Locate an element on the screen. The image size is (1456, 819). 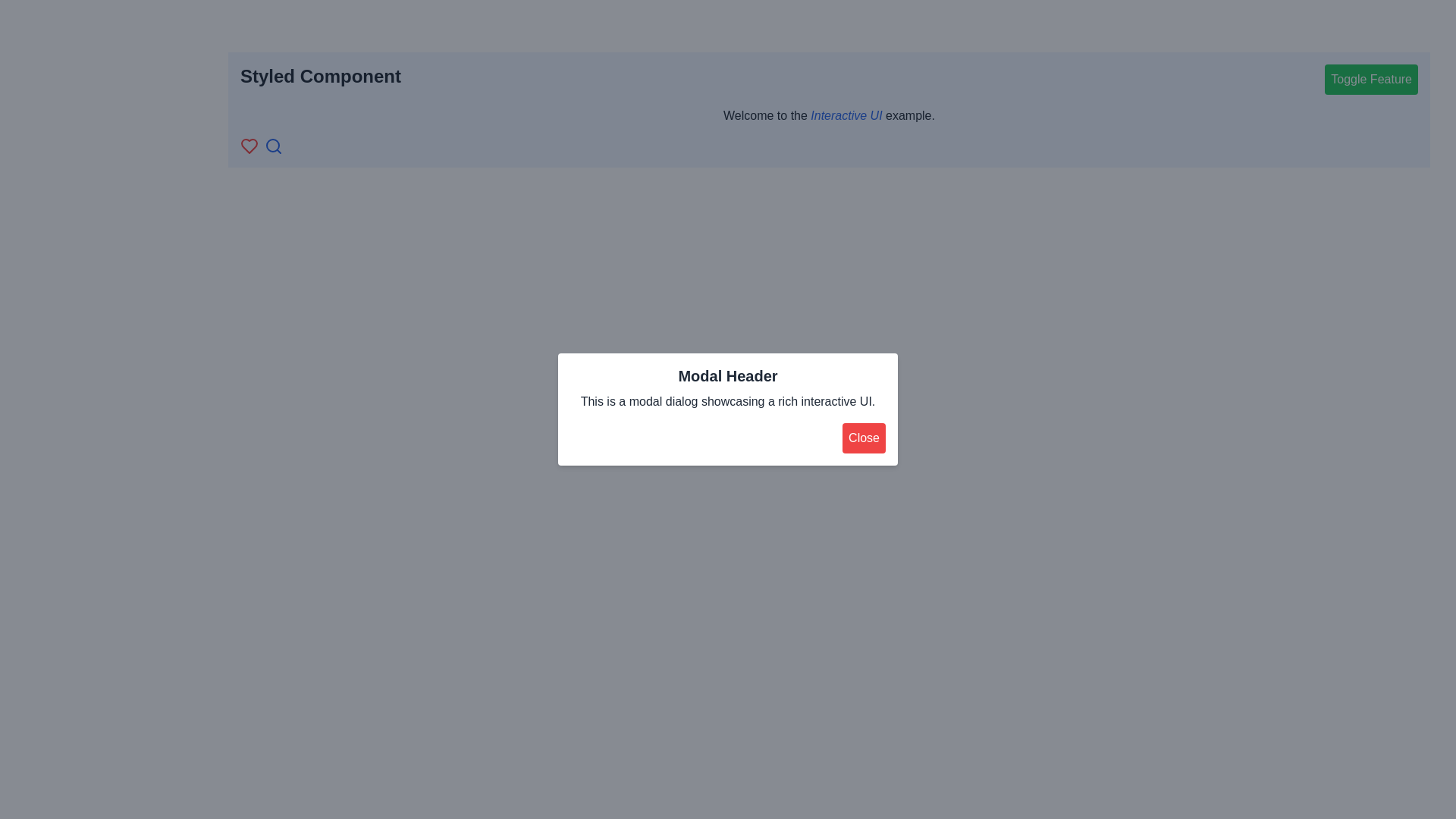
the 'Interactive UI' text label located in the header section for more actions is located at coordinates (846, 115).